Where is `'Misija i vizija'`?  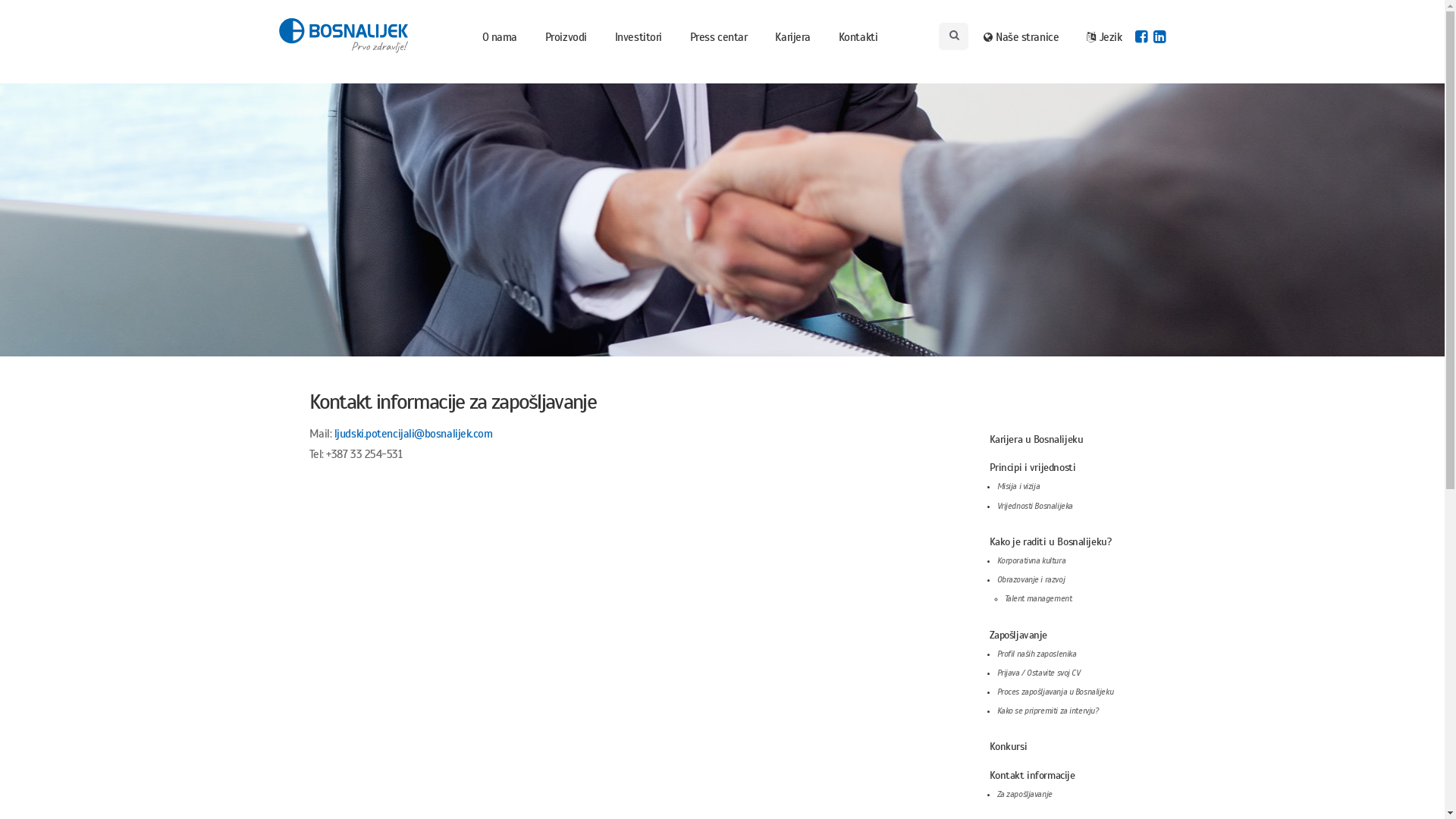 'Misija i vizija' is located at coordinates (1018, 486).